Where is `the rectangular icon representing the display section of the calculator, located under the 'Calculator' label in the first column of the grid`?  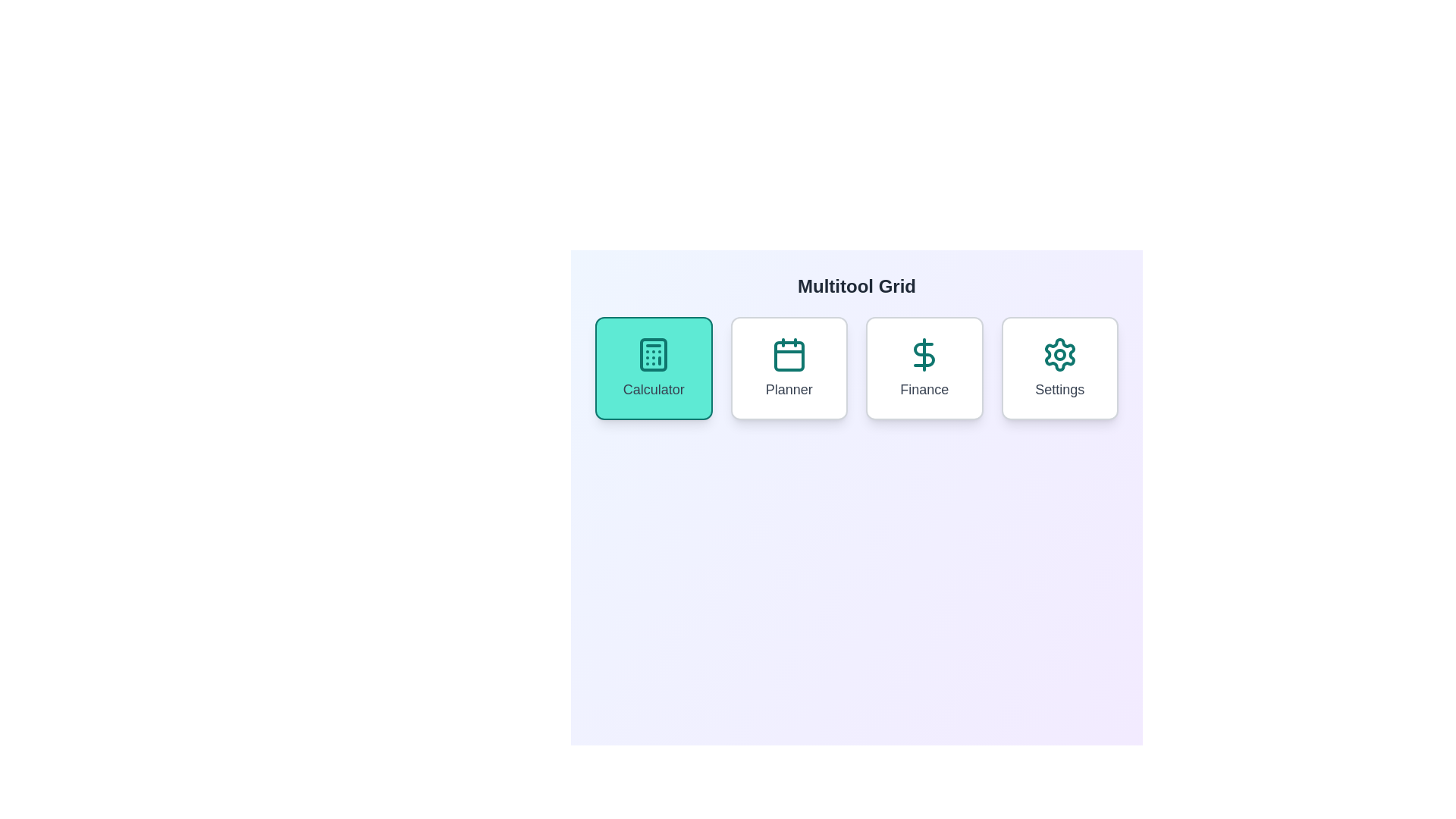
the rectangular icon representing the display section of the calculator, located under the 'Calculator' label in the first column of the grid is located at coordinates (654, 354).